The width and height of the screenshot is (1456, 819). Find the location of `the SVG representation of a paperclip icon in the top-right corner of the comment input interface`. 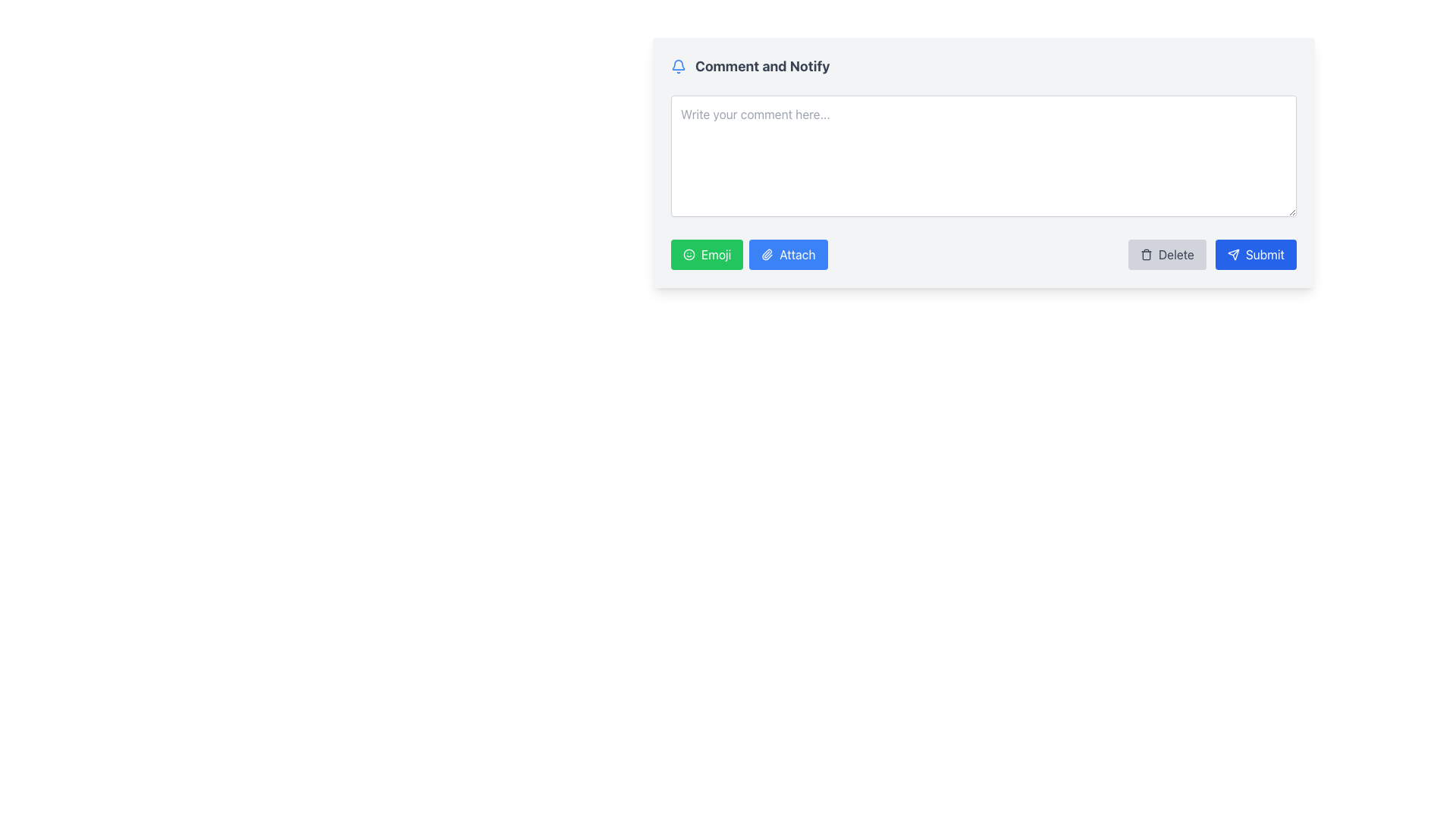

the SVG representation of a paperclip icon in the top-right corner of the comment input interface is located at coordinates (767, 253).